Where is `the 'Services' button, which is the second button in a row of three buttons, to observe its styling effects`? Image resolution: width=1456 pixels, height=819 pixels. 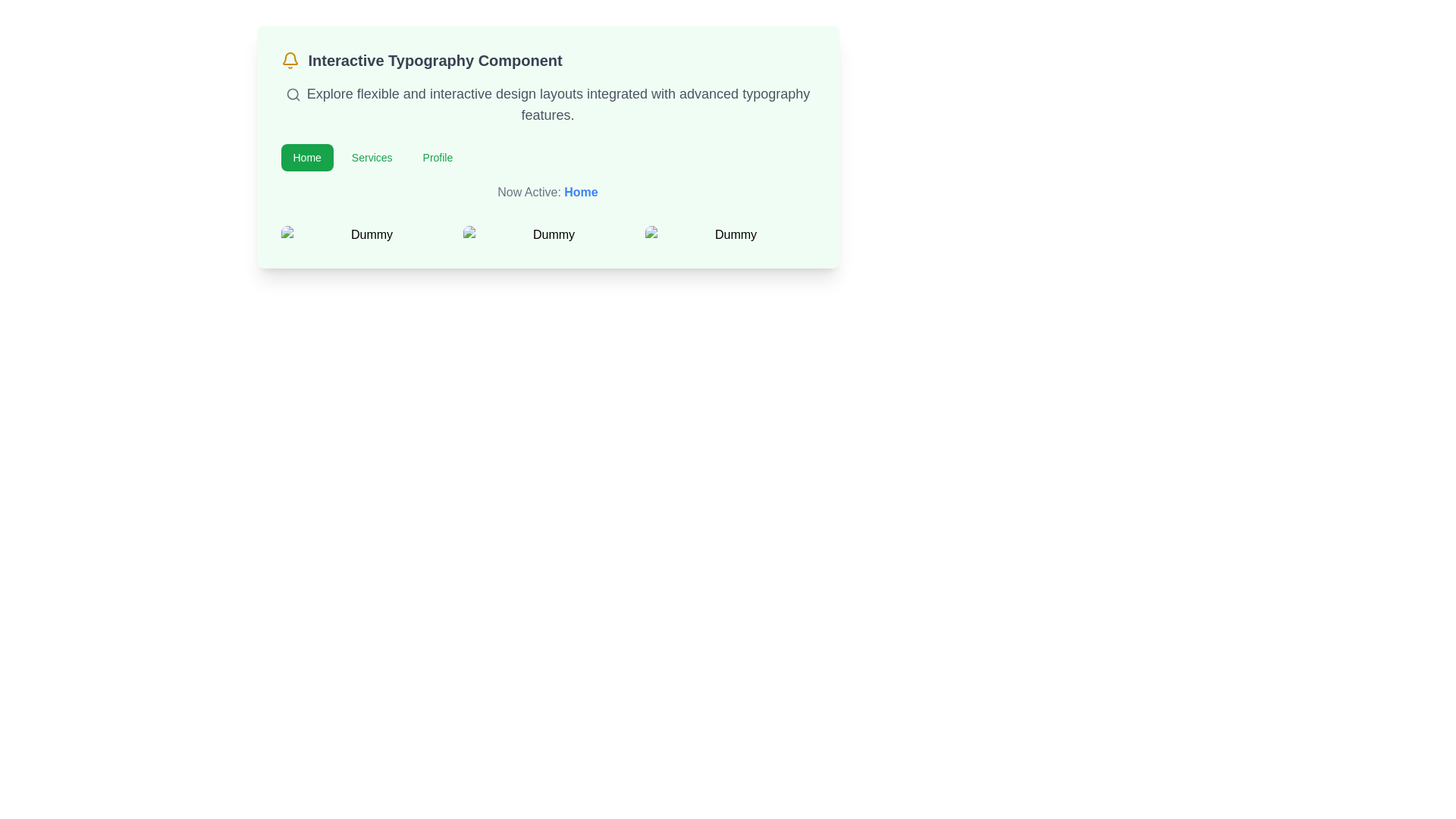 the 'Services' button, which is the second button in a row of three buttons, to observe its styling effects is located at coordinates (372, 158).